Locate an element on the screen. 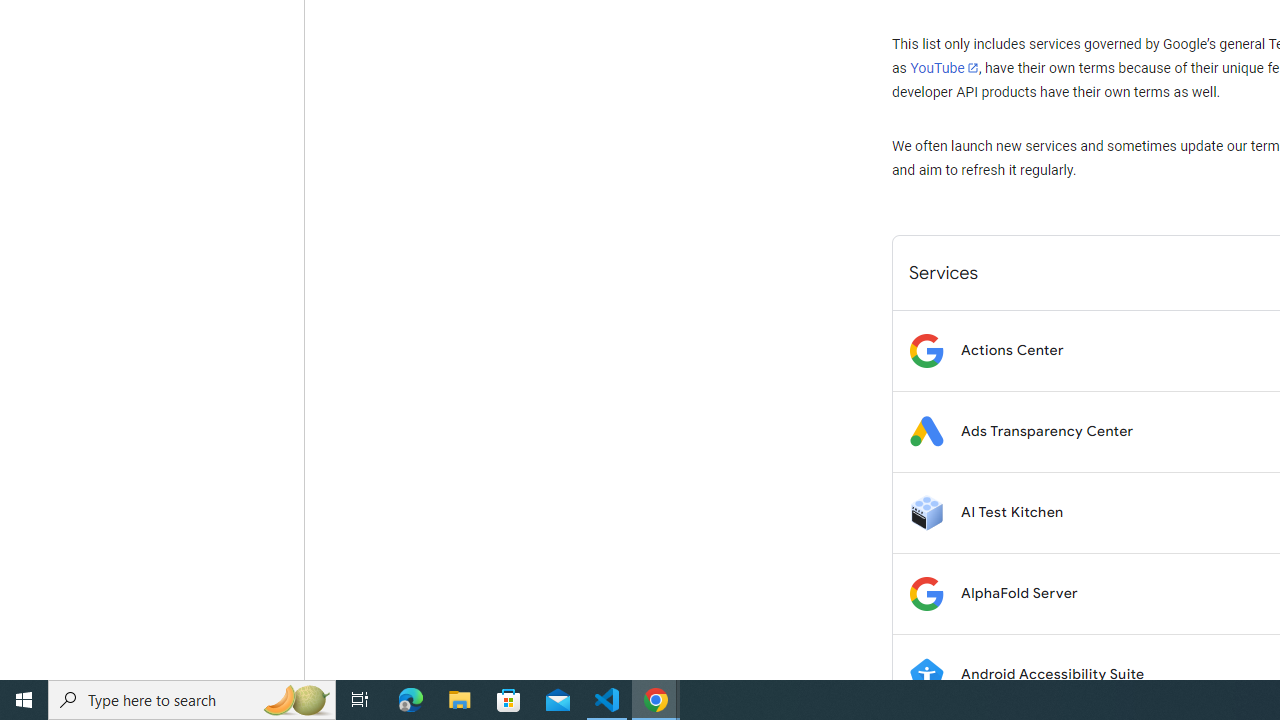 This screenshot has height=720, width=1280. 'Logo for AlphaFold Server' is located at coordinates (925, 592).